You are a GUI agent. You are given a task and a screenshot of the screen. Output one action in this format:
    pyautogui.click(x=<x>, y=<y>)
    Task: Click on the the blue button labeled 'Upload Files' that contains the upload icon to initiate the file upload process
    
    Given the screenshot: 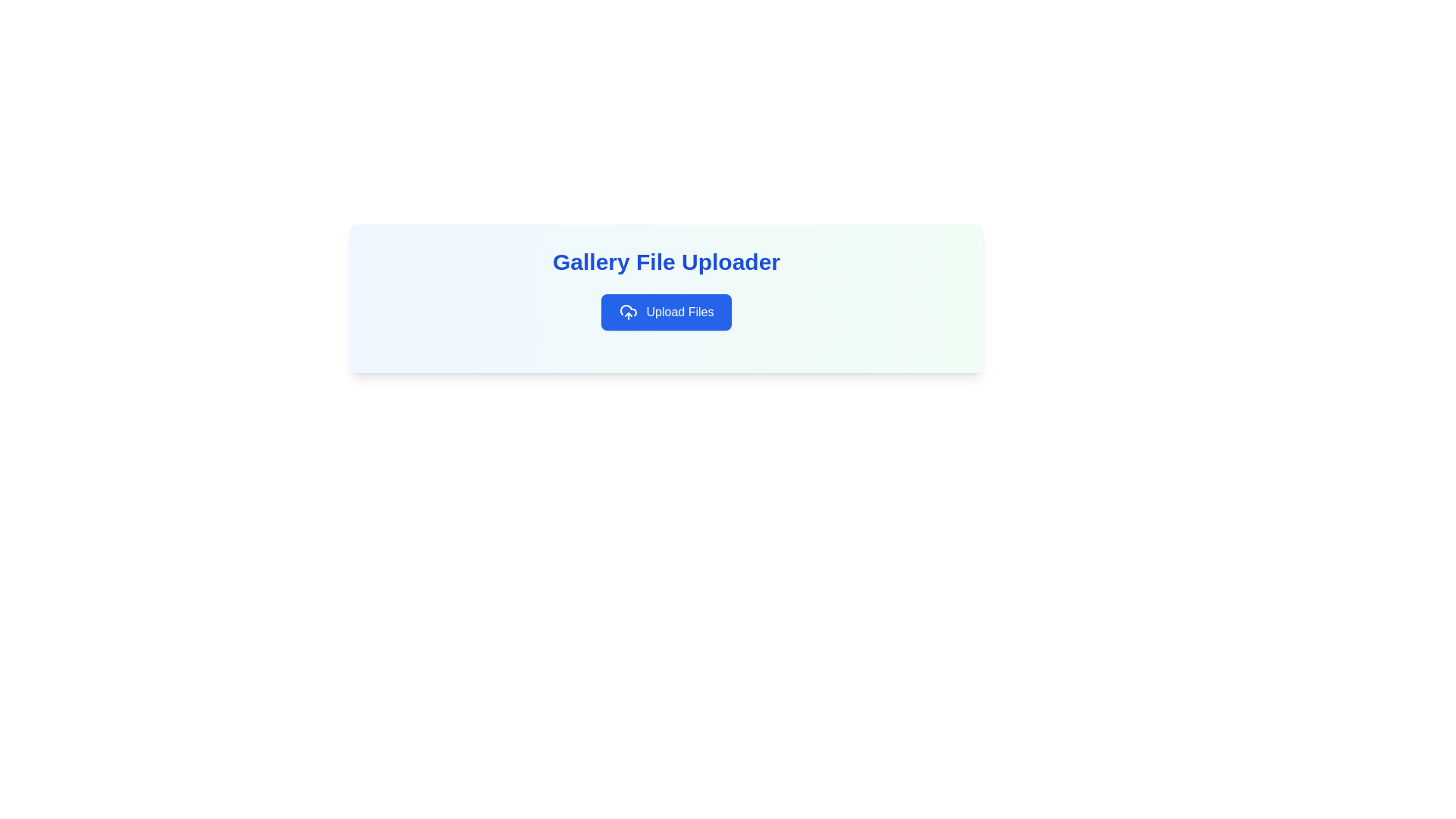 What is the action you would take?
    pyautogui.click(x=628, y=312)
    